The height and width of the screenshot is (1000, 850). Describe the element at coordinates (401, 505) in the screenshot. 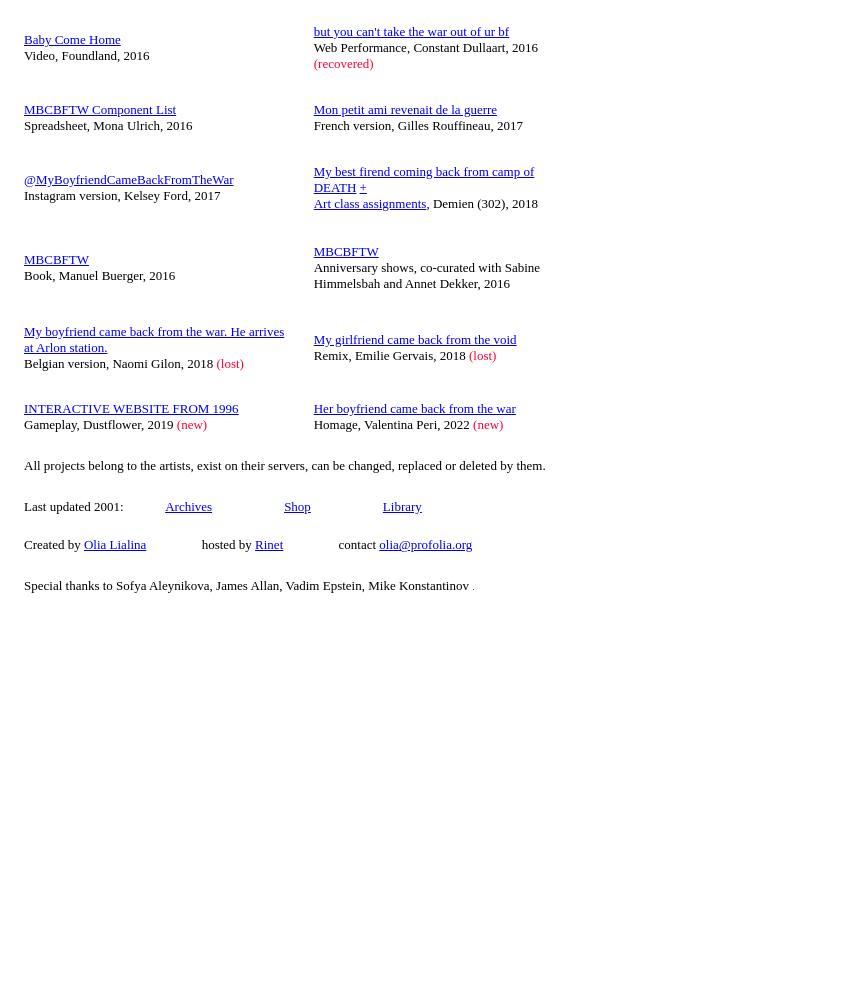

I see `'Library'` at that location.